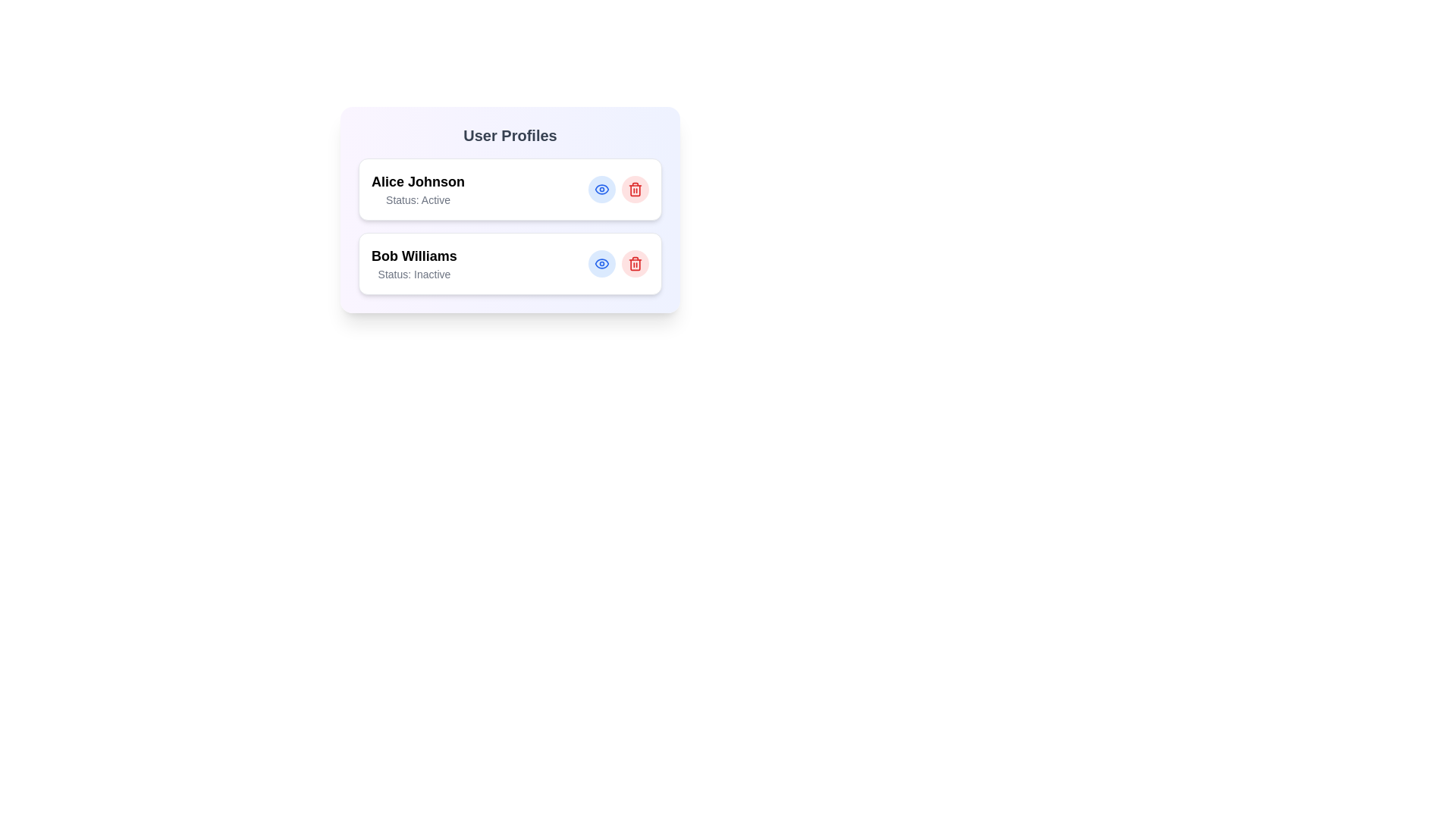 This screenshot has width=1456, height=819. I want to click on the eye icon to view the profile of Alice Johnson, so click(601, 189).